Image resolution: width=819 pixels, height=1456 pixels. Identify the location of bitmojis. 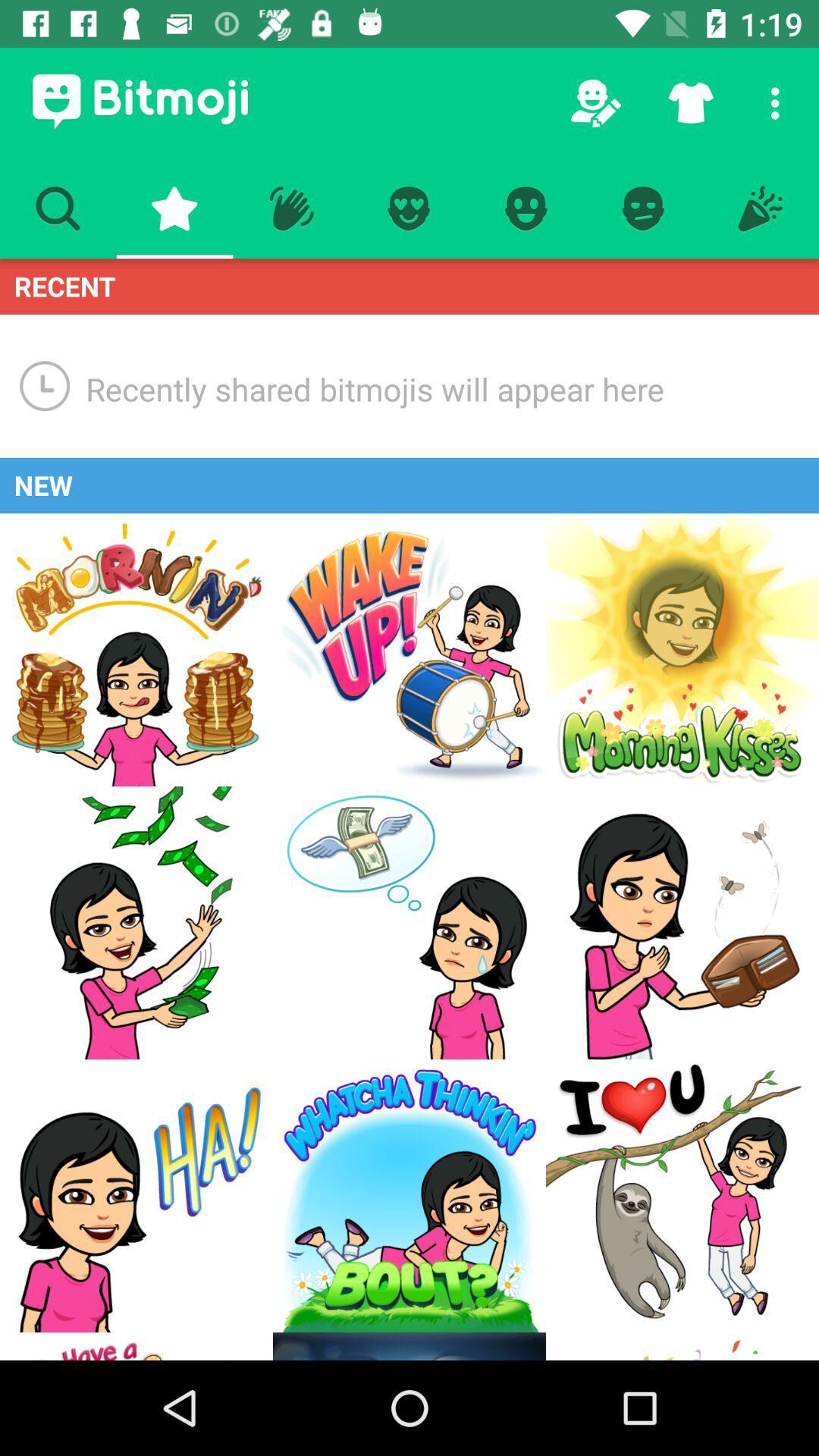
(681, 650).